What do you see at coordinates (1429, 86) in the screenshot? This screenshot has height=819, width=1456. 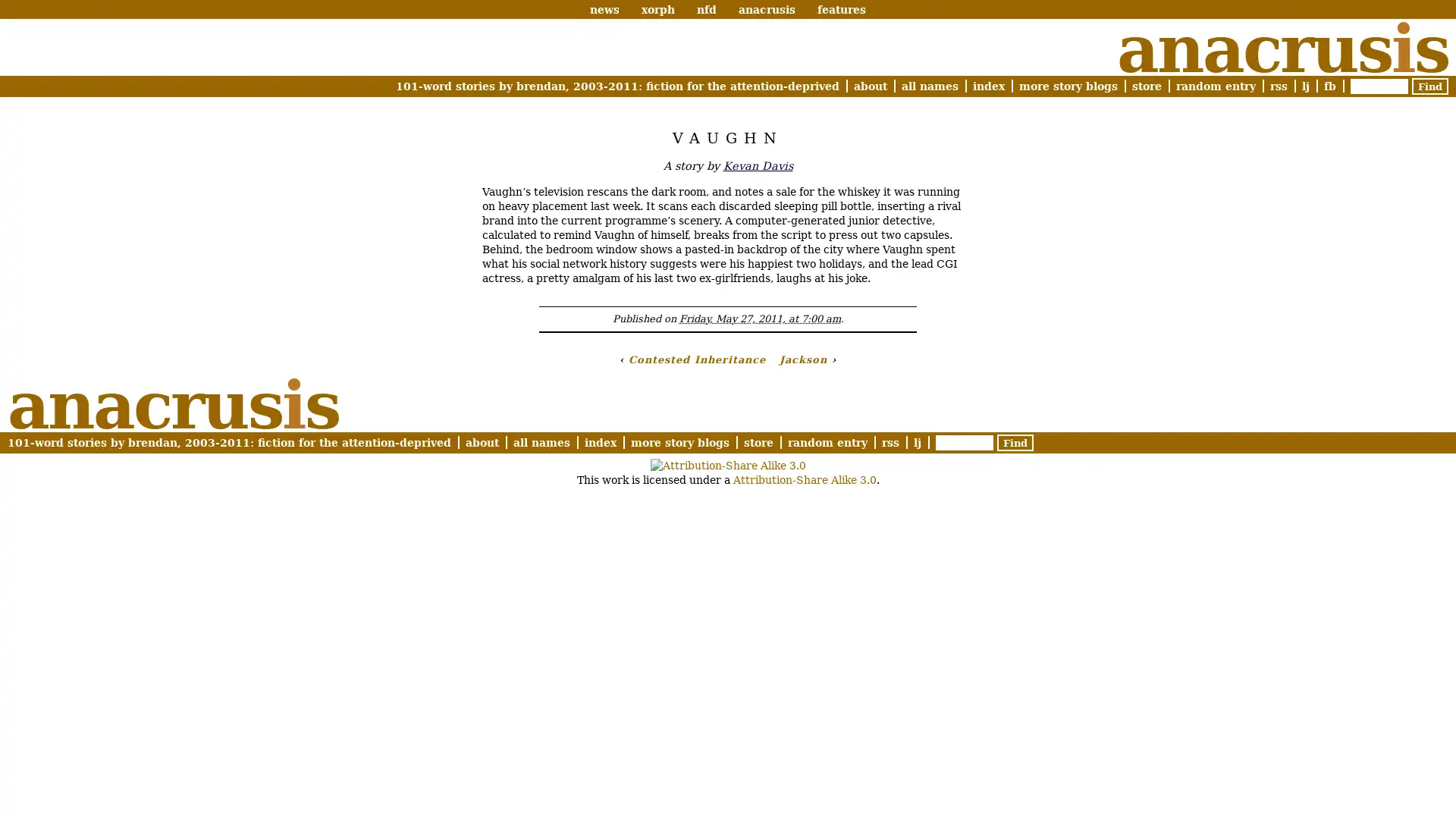 I see `Find` at bounding box center [1429, 86].